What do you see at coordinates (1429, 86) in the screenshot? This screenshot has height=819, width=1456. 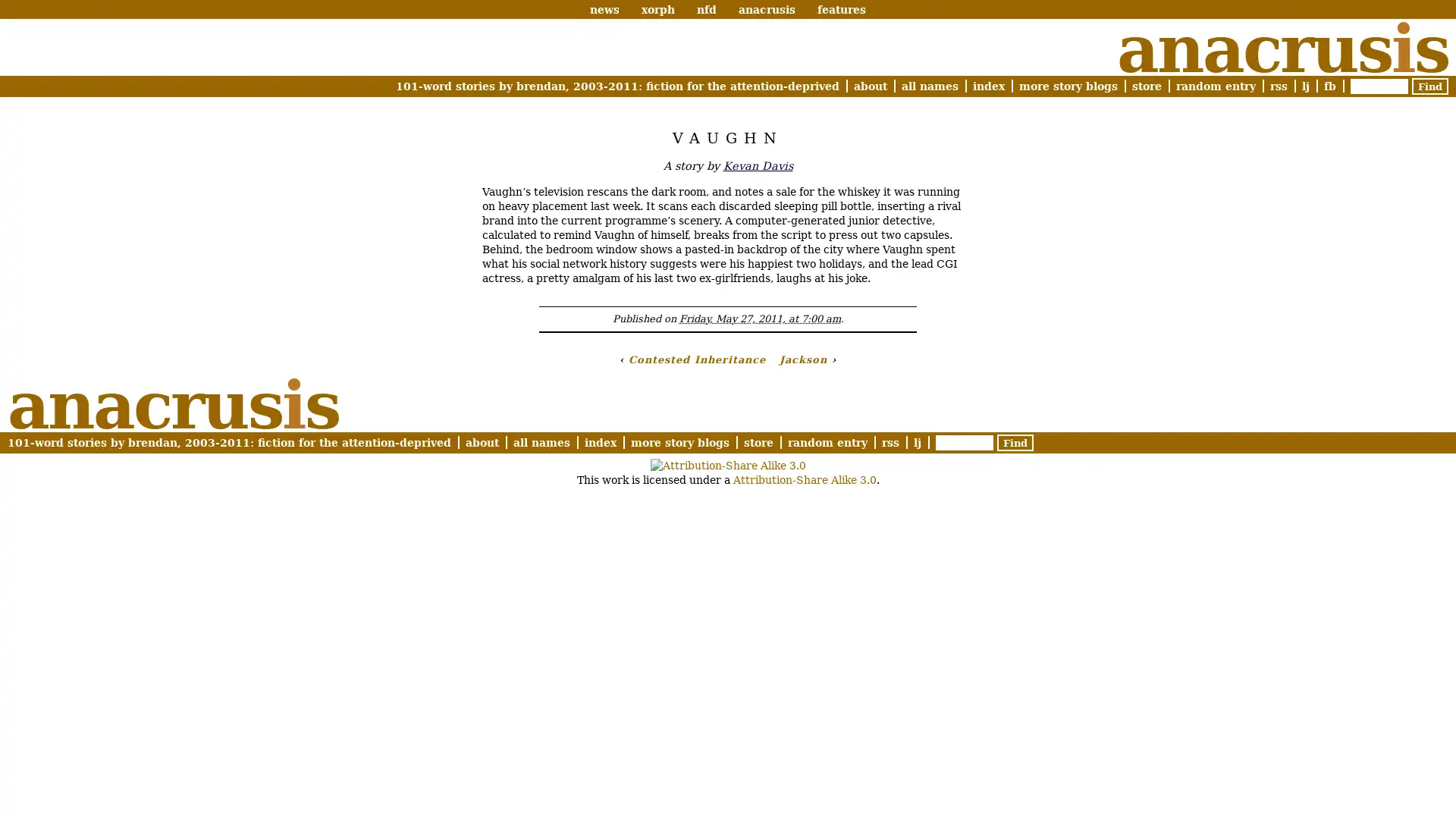 I see `Find` at bounding box center [1429, 86].